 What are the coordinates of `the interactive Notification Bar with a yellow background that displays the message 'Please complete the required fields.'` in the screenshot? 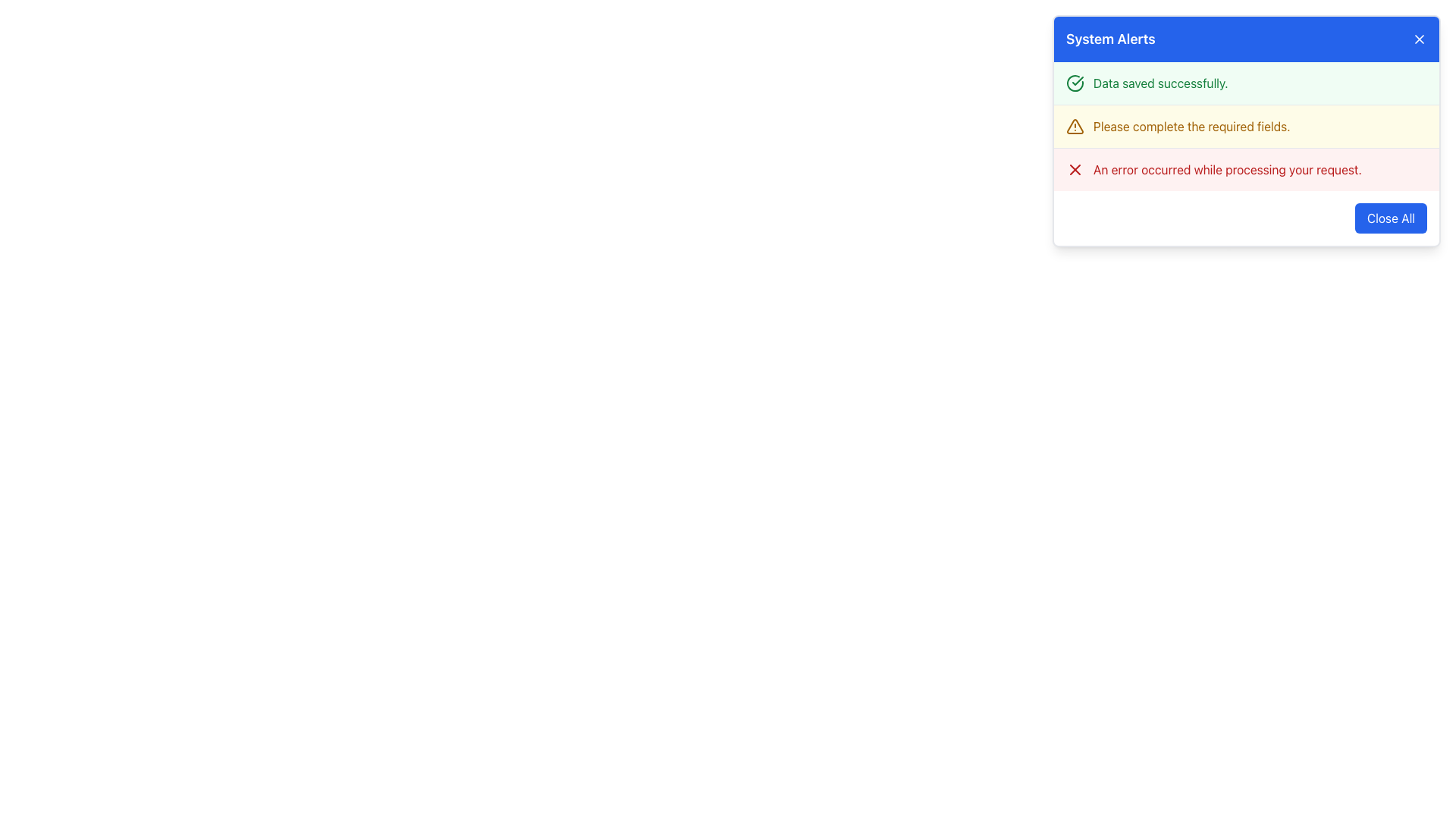 It's located at (1246, 124).